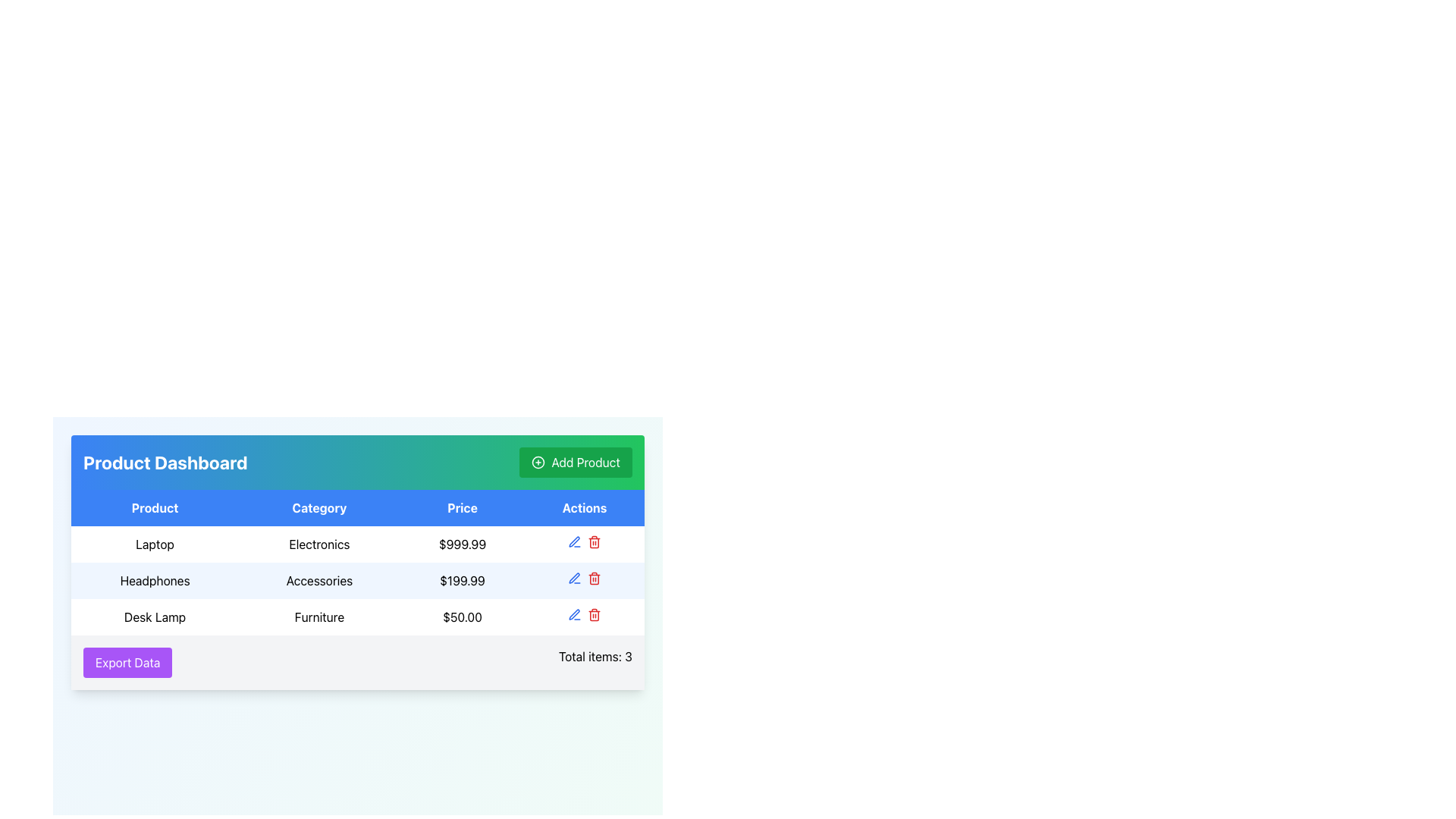 The image size is (1456, 819). Describe the element at coordinates (584, 508) in the screenshot. I see `the 'Actions' header cell, which is the fourth header from the left in the table, displaying white text on a blue background` at that location.